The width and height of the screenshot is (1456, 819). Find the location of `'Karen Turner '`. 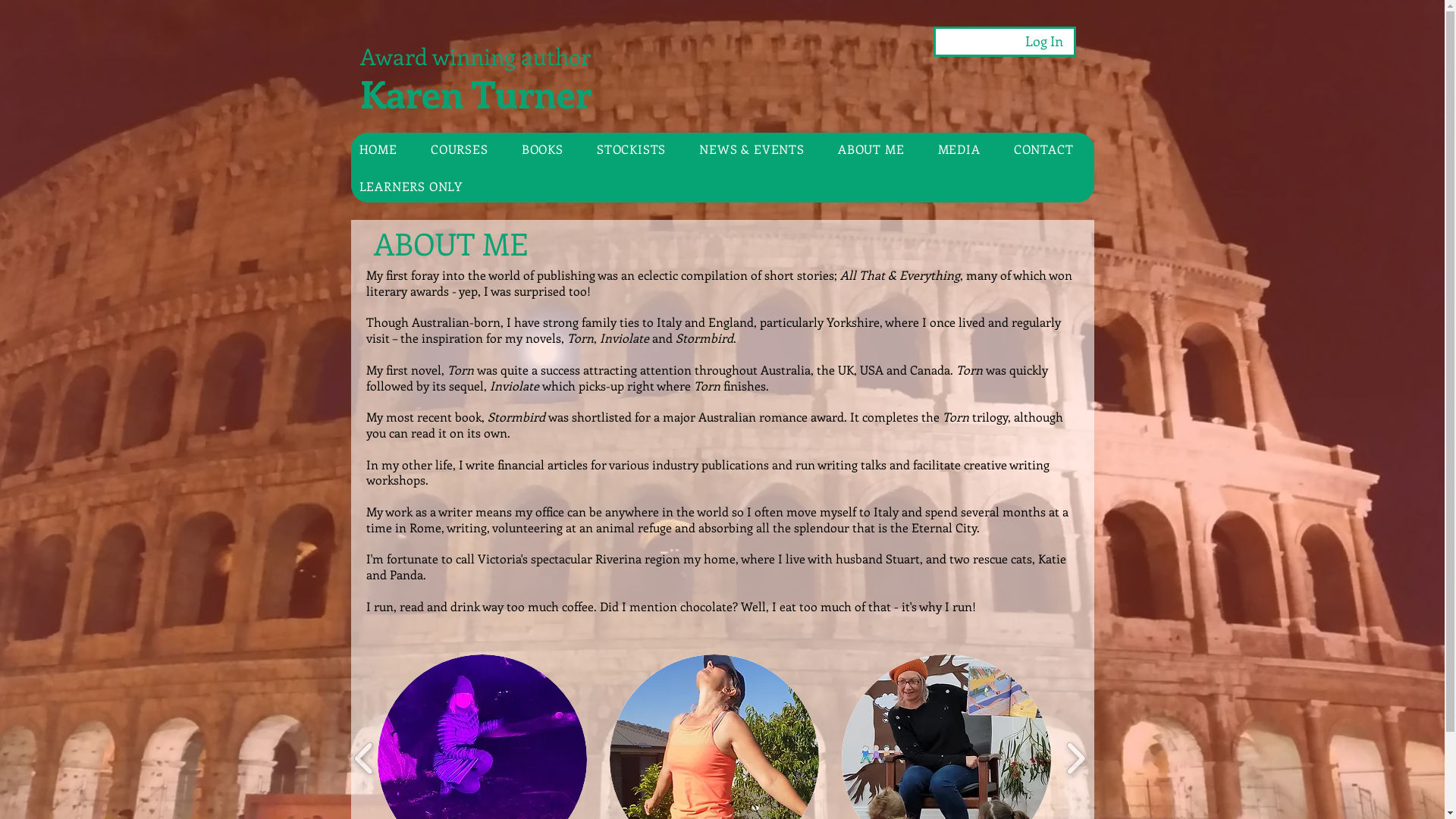

'Karen Turner ' is located at coordinates (479, 93).